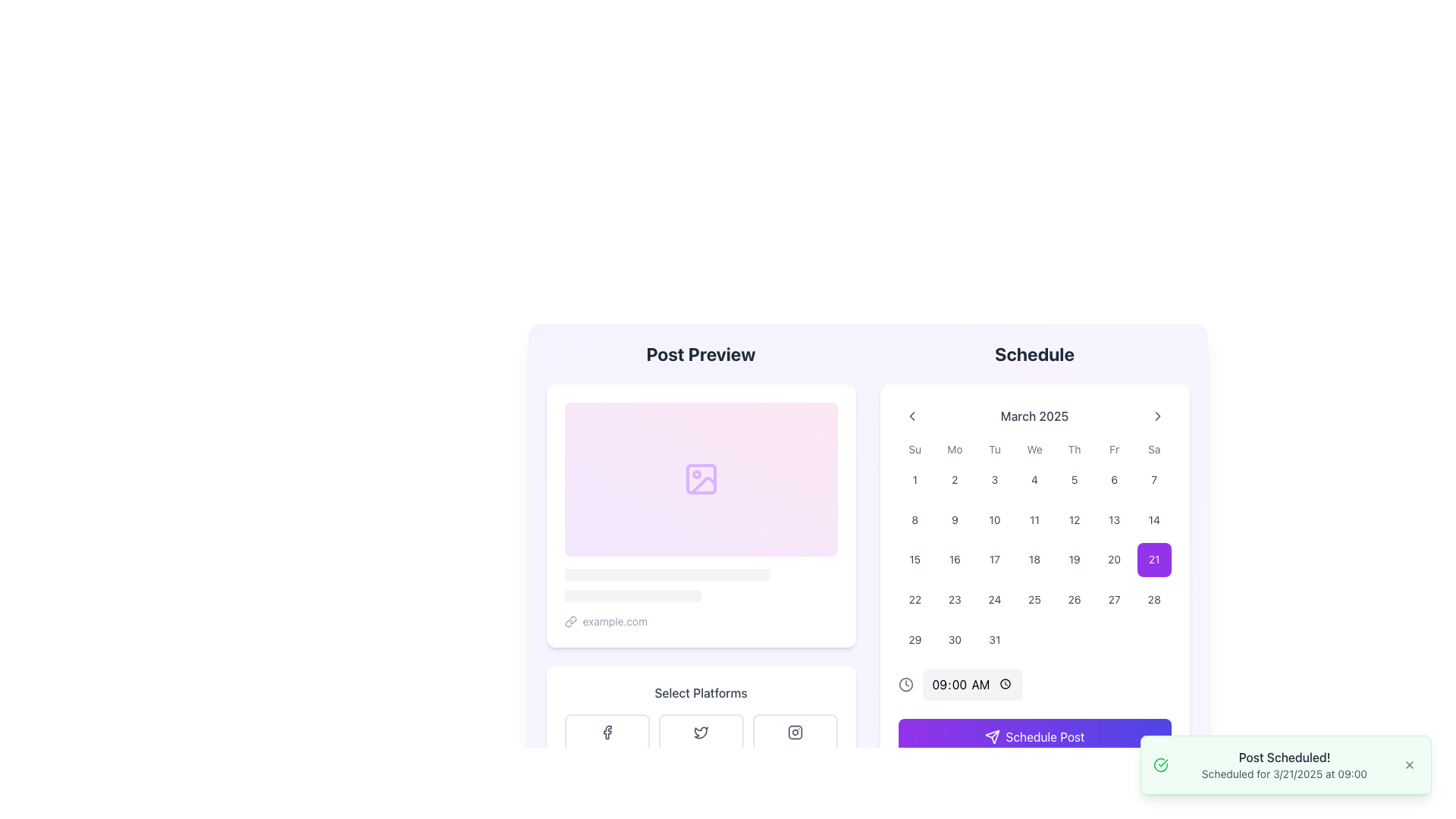  Describe the element at coordinates (1153, 560) in the screenshot. I see `the button representing the 21st day in the calendar for date selection using keyboard navigation` at that location.